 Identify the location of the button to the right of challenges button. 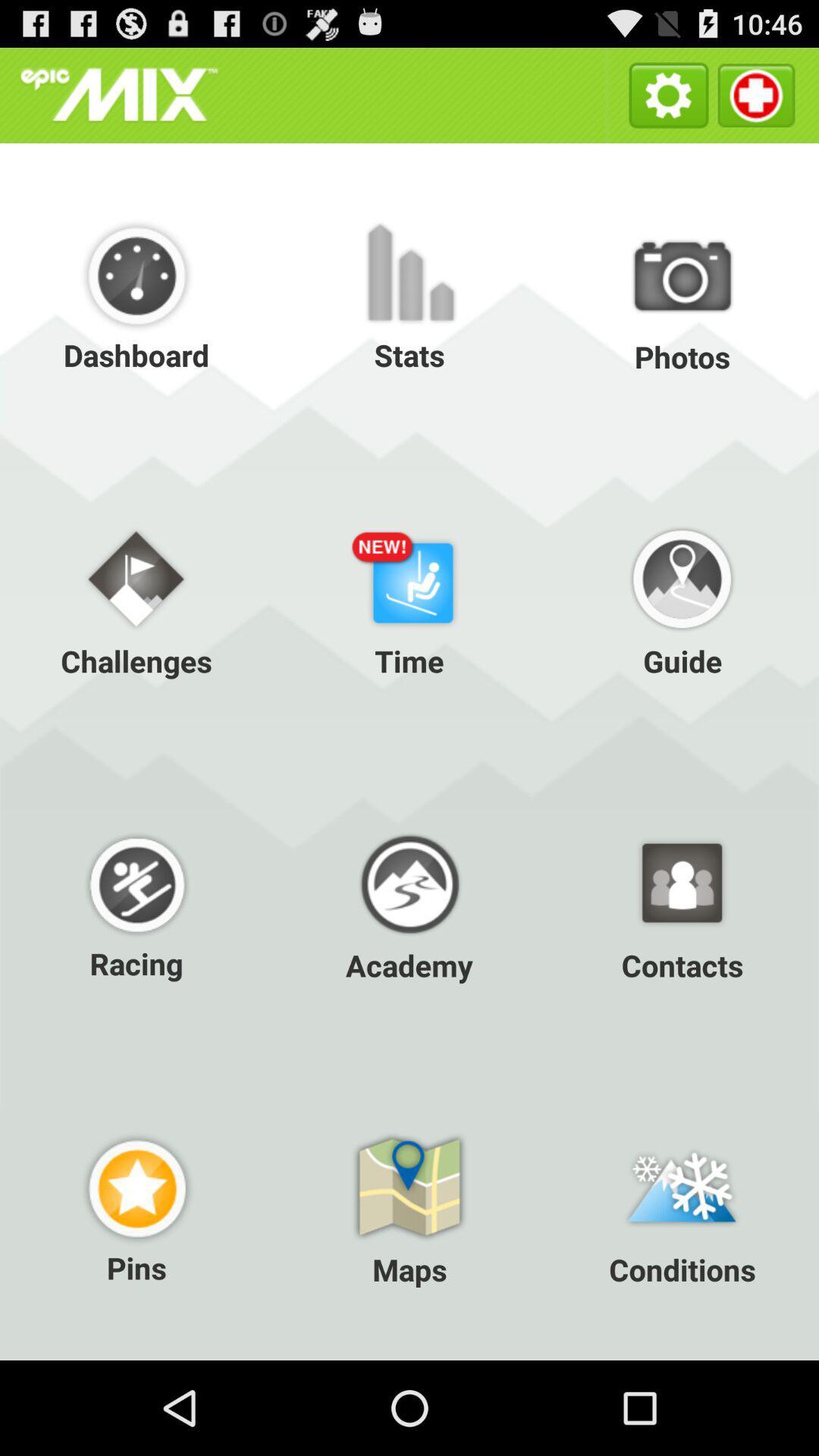
(409, 598).